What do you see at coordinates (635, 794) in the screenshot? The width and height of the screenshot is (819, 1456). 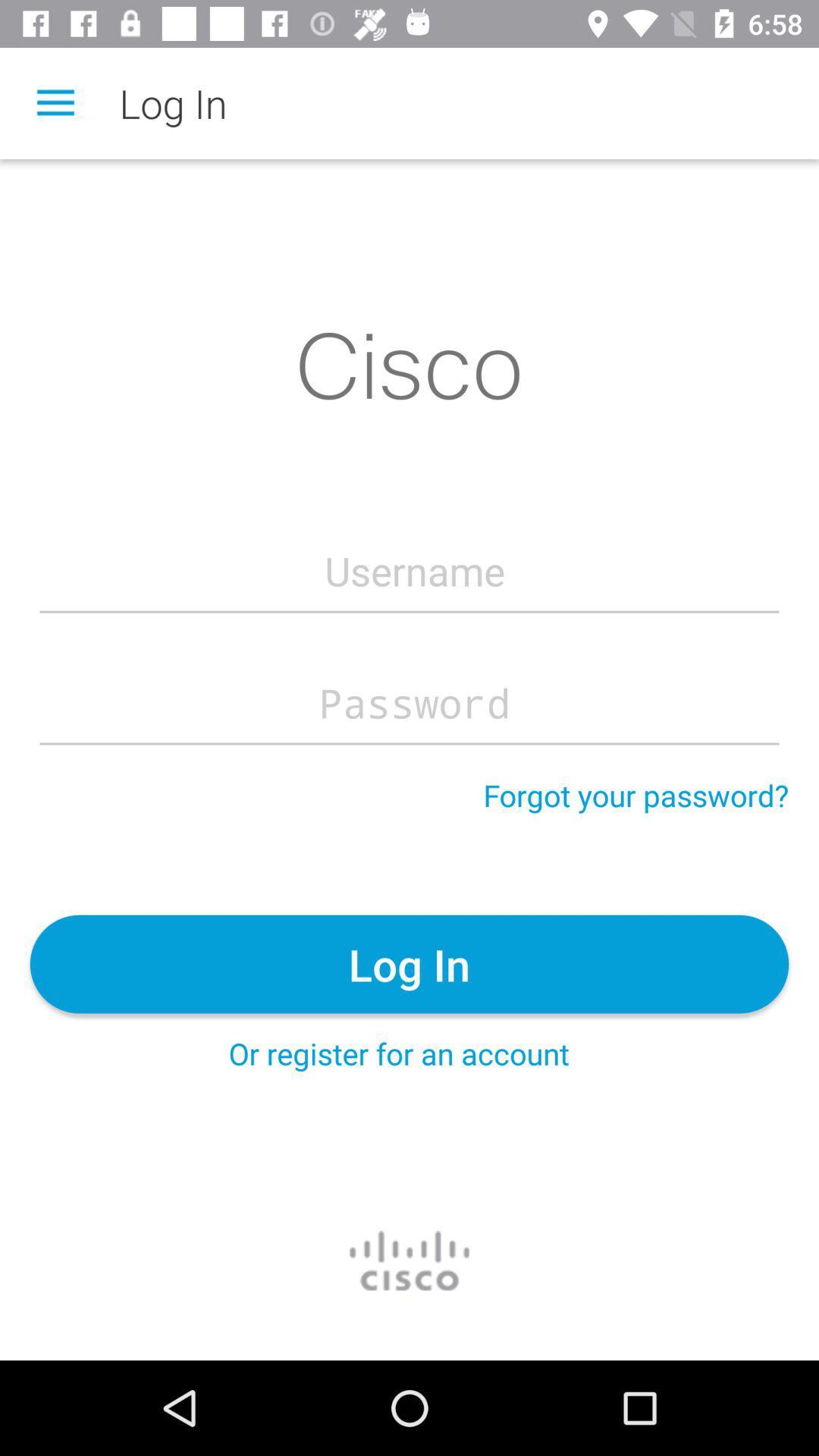 I see `forgot your password? item` at bounding box center [635, 794].